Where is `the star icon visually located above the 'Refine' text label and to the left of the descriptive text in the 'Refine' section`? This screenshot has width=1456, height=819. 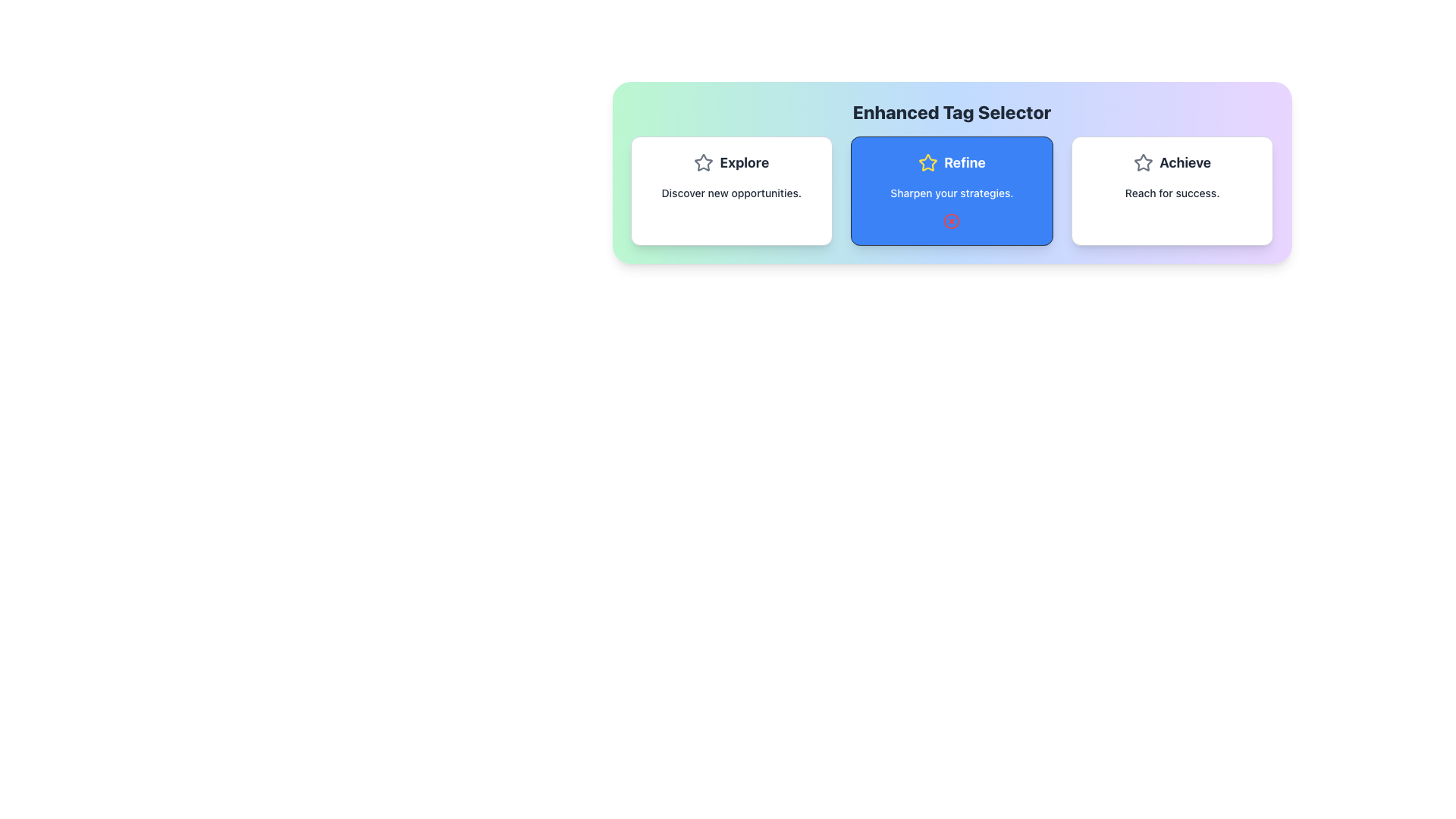 the star icon visually located above the 'Refine' text label and to the left of the descriptive text in the 'Refine' section is located at coordinates (927, 163).